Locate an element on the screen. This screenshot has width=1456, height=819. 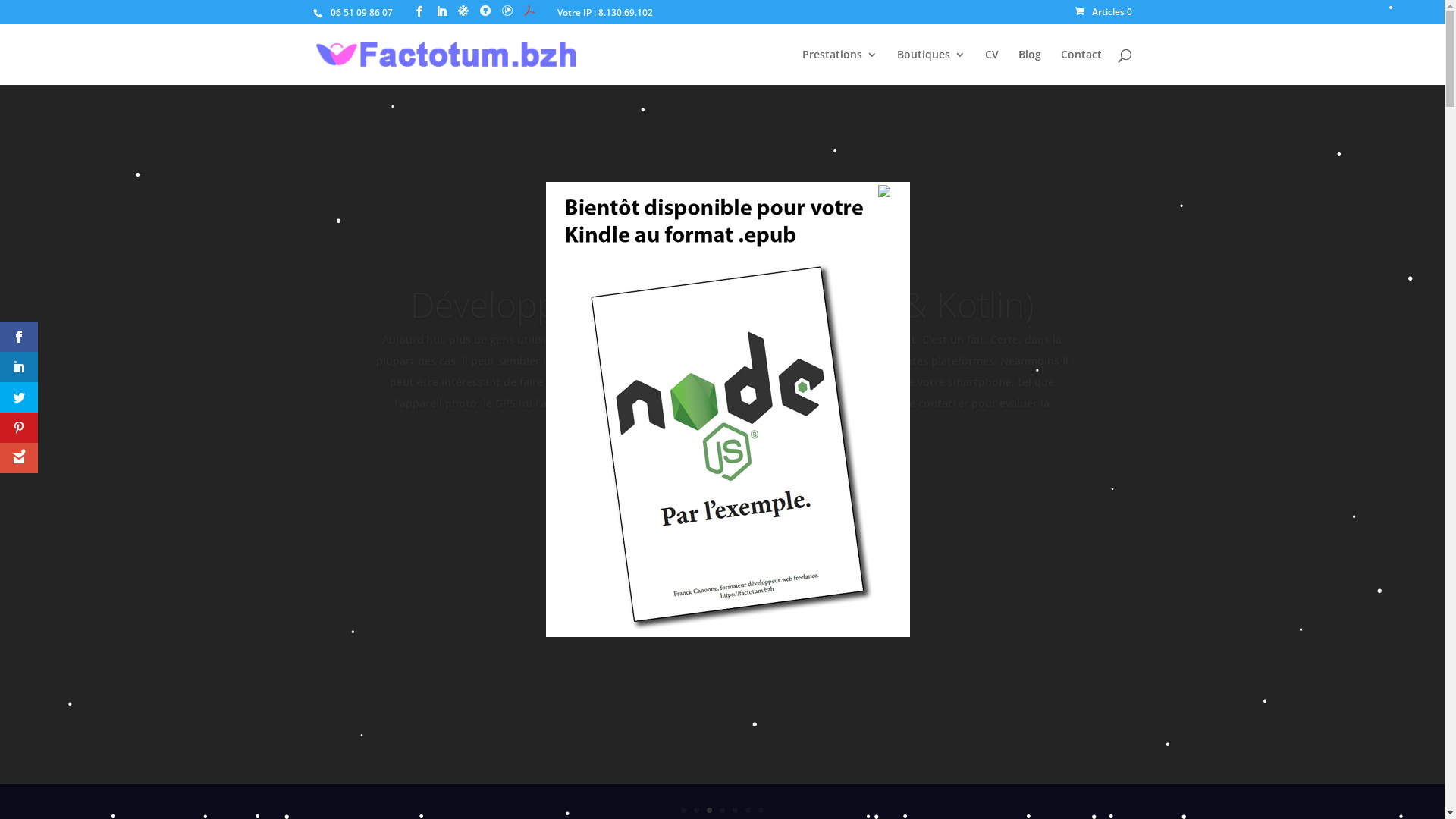
'Fermer' is located at coordinates (892, 191).